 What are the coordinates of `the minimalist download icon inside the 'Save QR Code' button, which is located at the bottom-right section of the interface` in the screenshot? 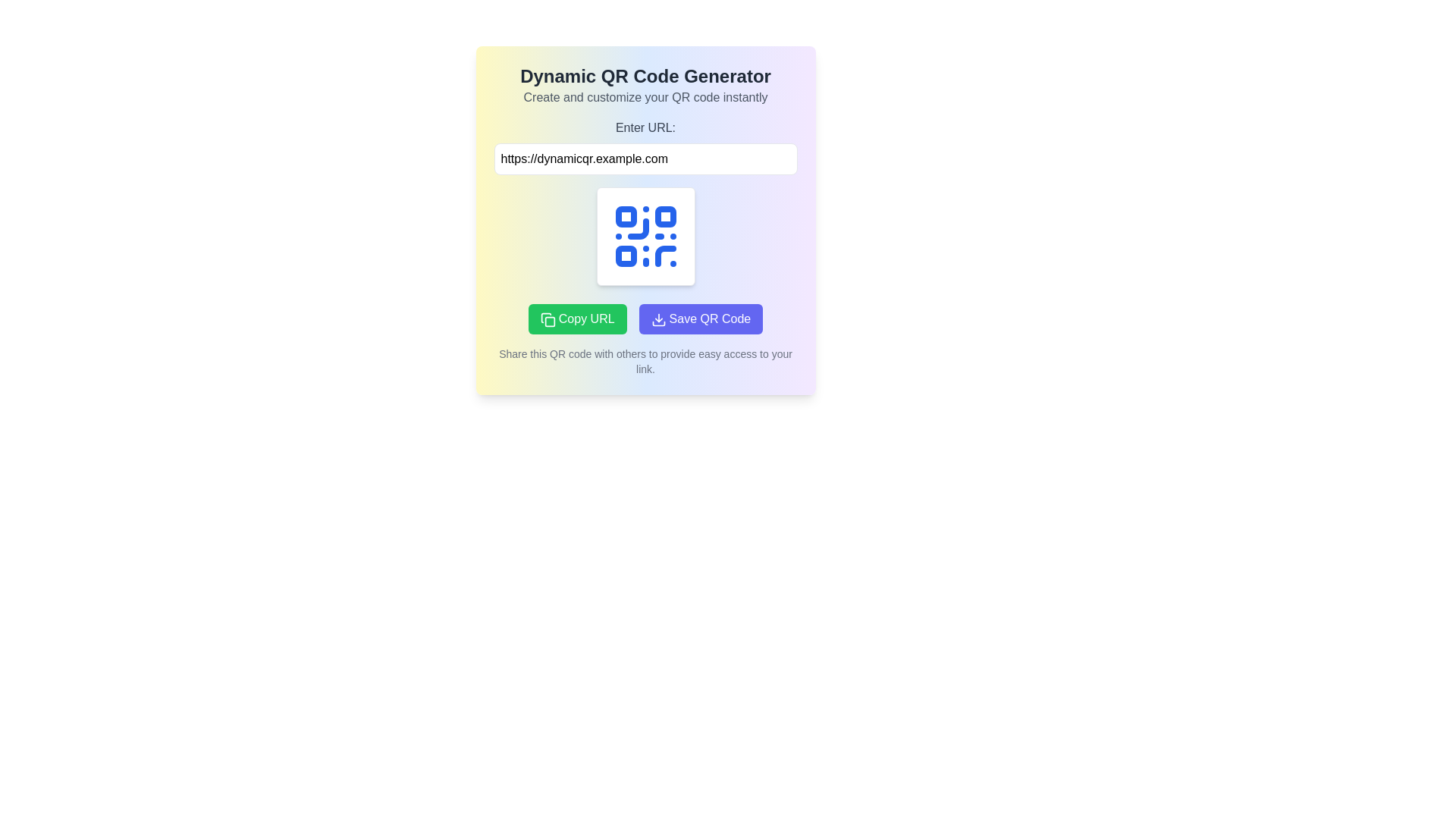 It's located at (658, 318).